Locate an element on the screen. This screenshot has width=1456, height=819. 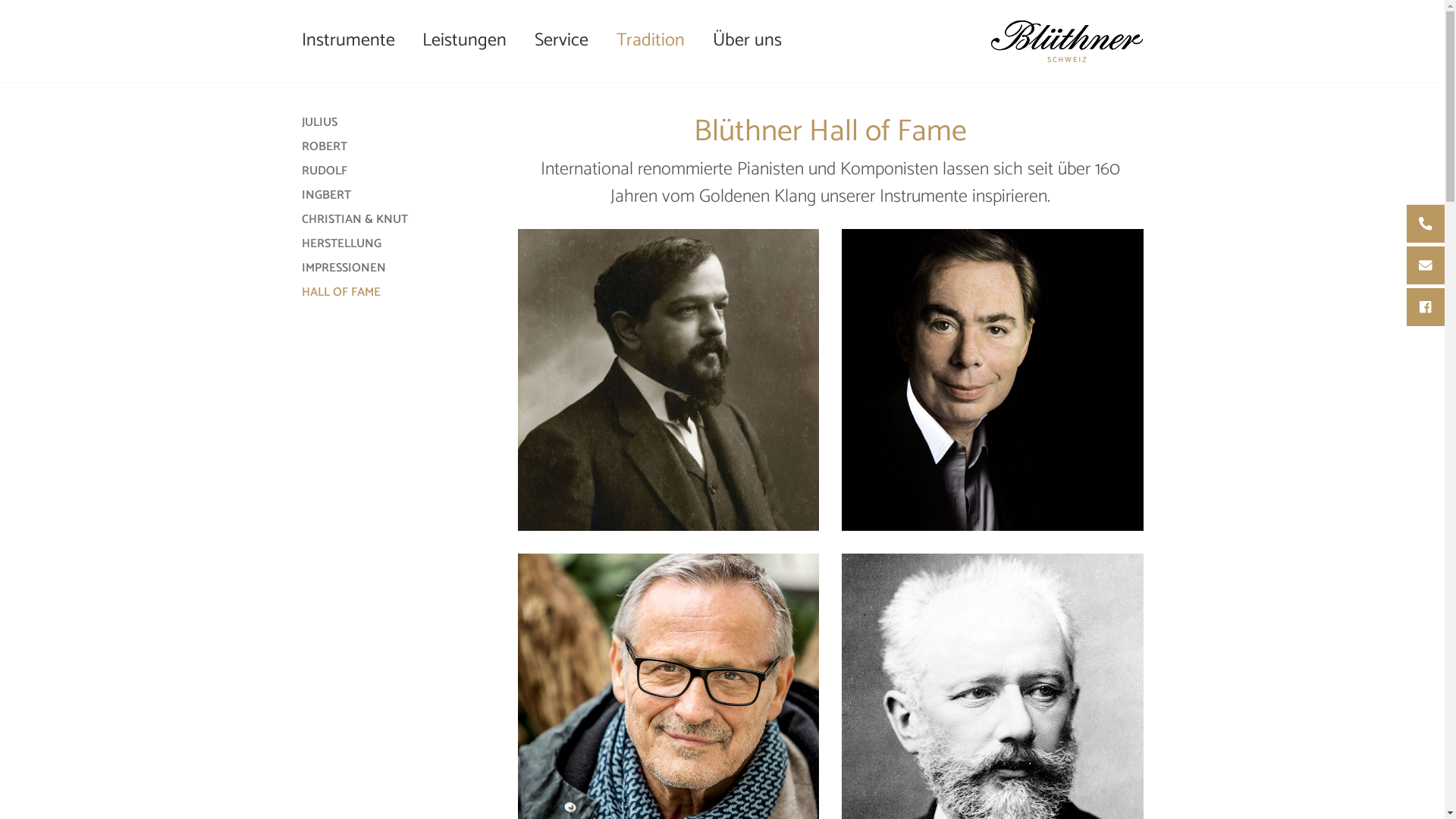
'Leistungen' is located at coordinates (408, 40).